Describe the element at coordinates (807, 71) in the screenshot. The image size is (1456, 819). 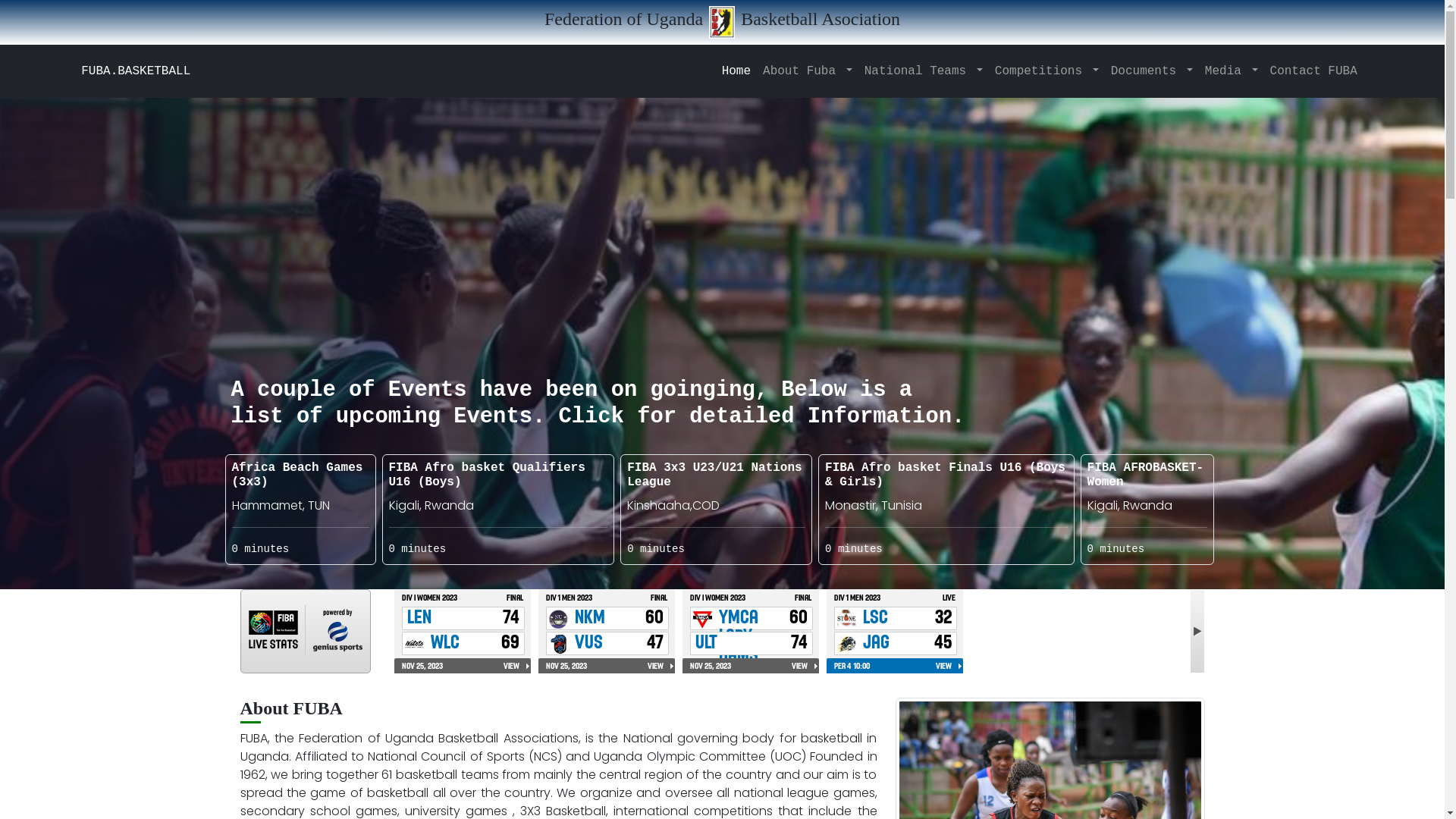
I see `'About Fuba'` at that location.